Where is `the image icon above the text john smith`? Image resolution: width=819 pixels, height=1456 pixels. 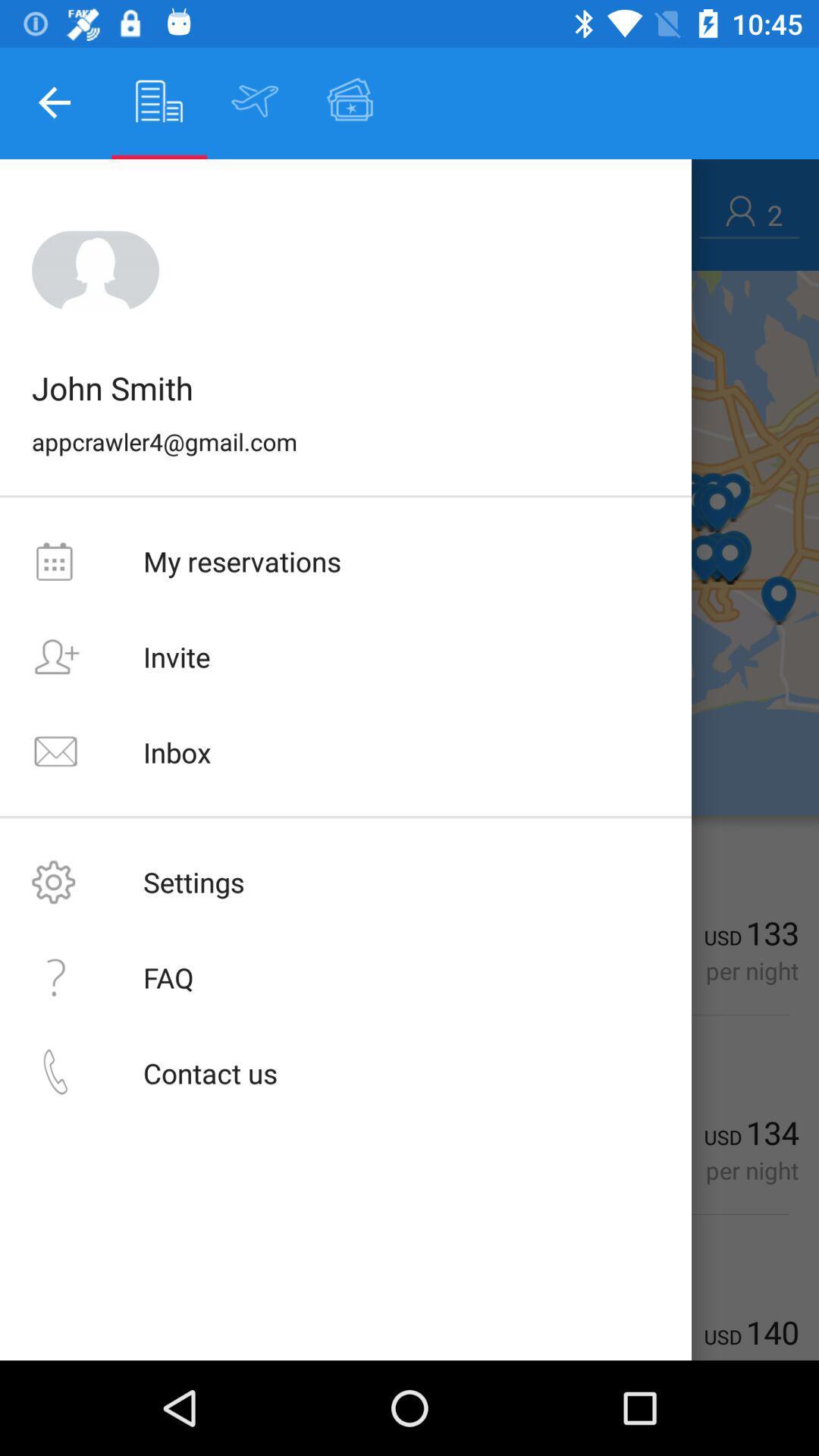 the image icon above the text john smith is located at coordinates (96, 270).